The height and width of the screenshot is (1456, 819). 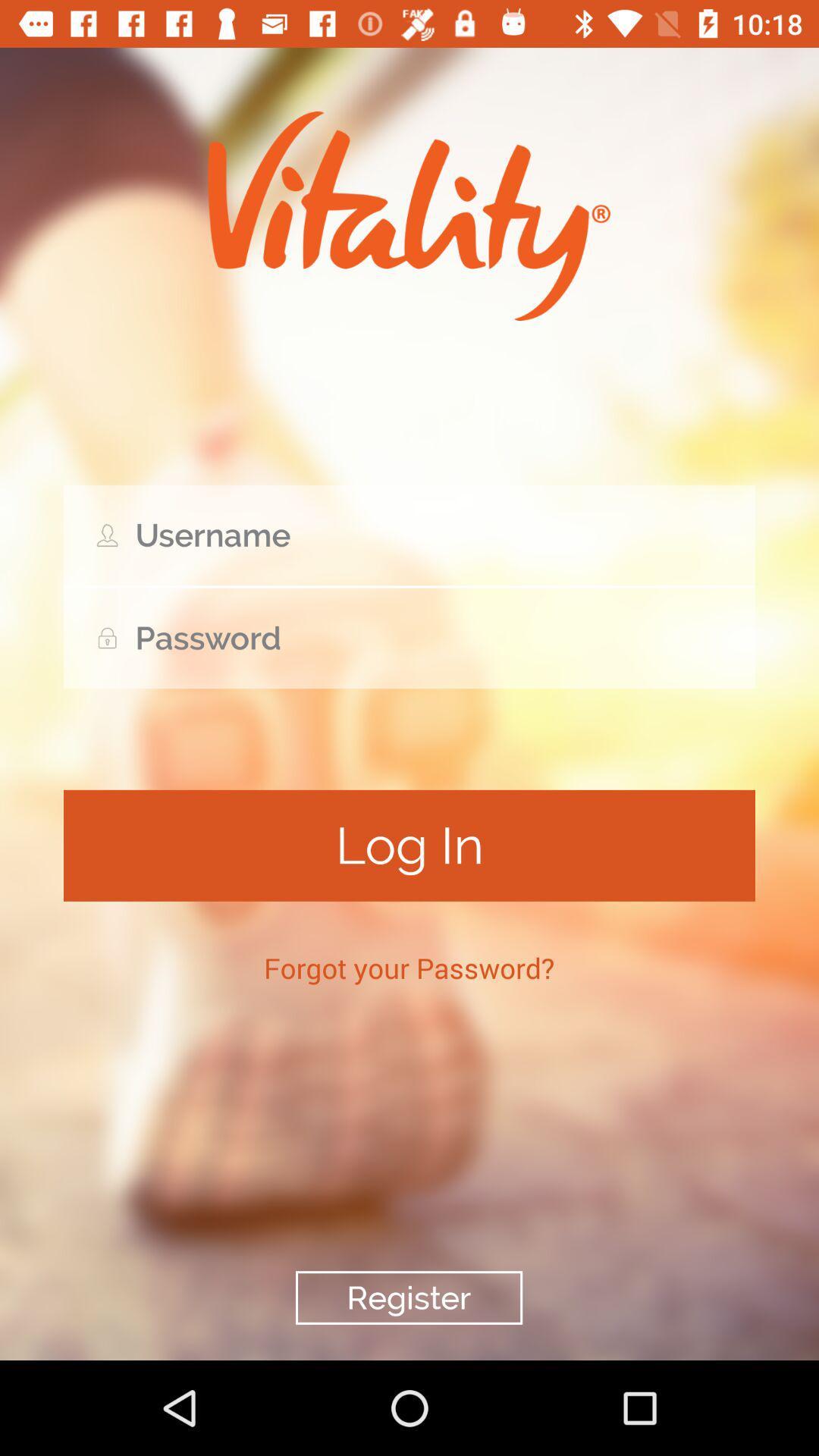 What do you see at coordinates (409, 638) in the screenshot?
I see `open field for password` at bounding box center [409, 638].